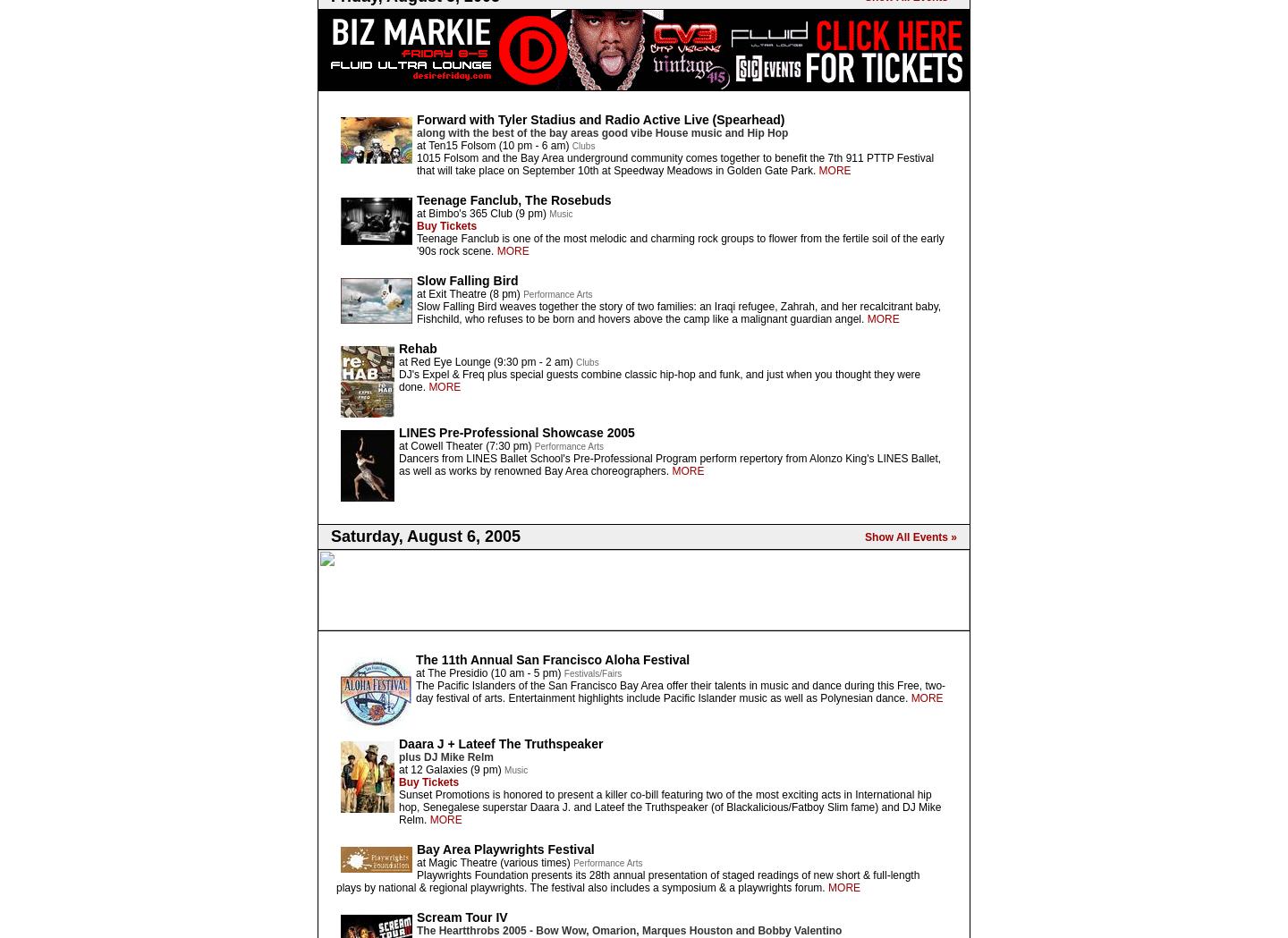 The height and width of the screenshot is (938, 1288). Describe the element at coordinates (600, 119) in the screenshot. I see `'Forward with Tyler Stadius and Radio Active Live (Spearhead)'` at that location.